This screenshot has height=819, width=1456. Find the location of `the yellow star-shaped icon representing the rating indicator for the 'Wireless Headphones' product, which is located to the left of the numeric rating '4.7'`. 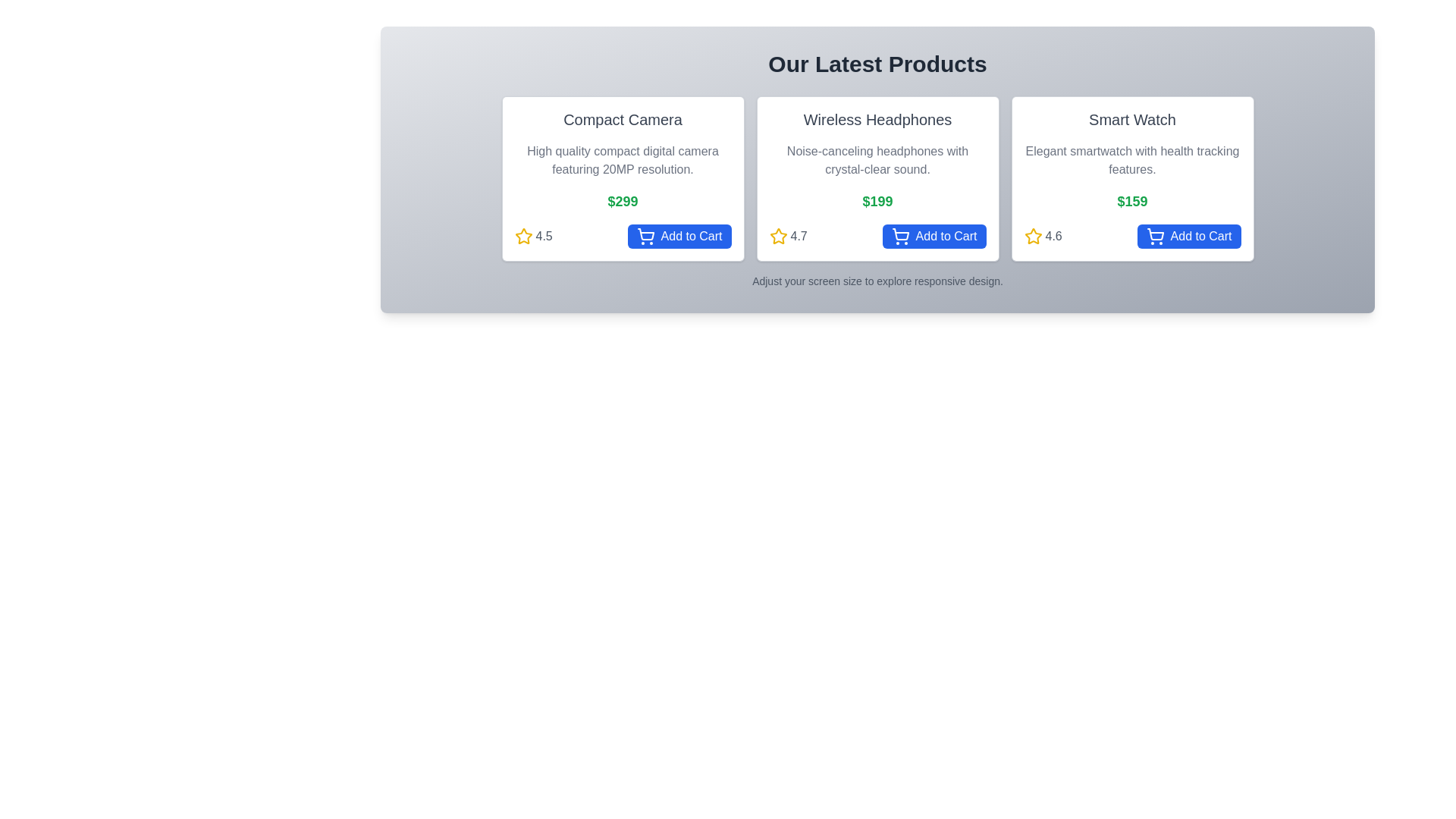

the yellow star-shaped icon representing the rating indicator for the 'Wireless Headphones' product, which is located to the left of the numeric rating '4.7' is located at coordinates (778, 237).